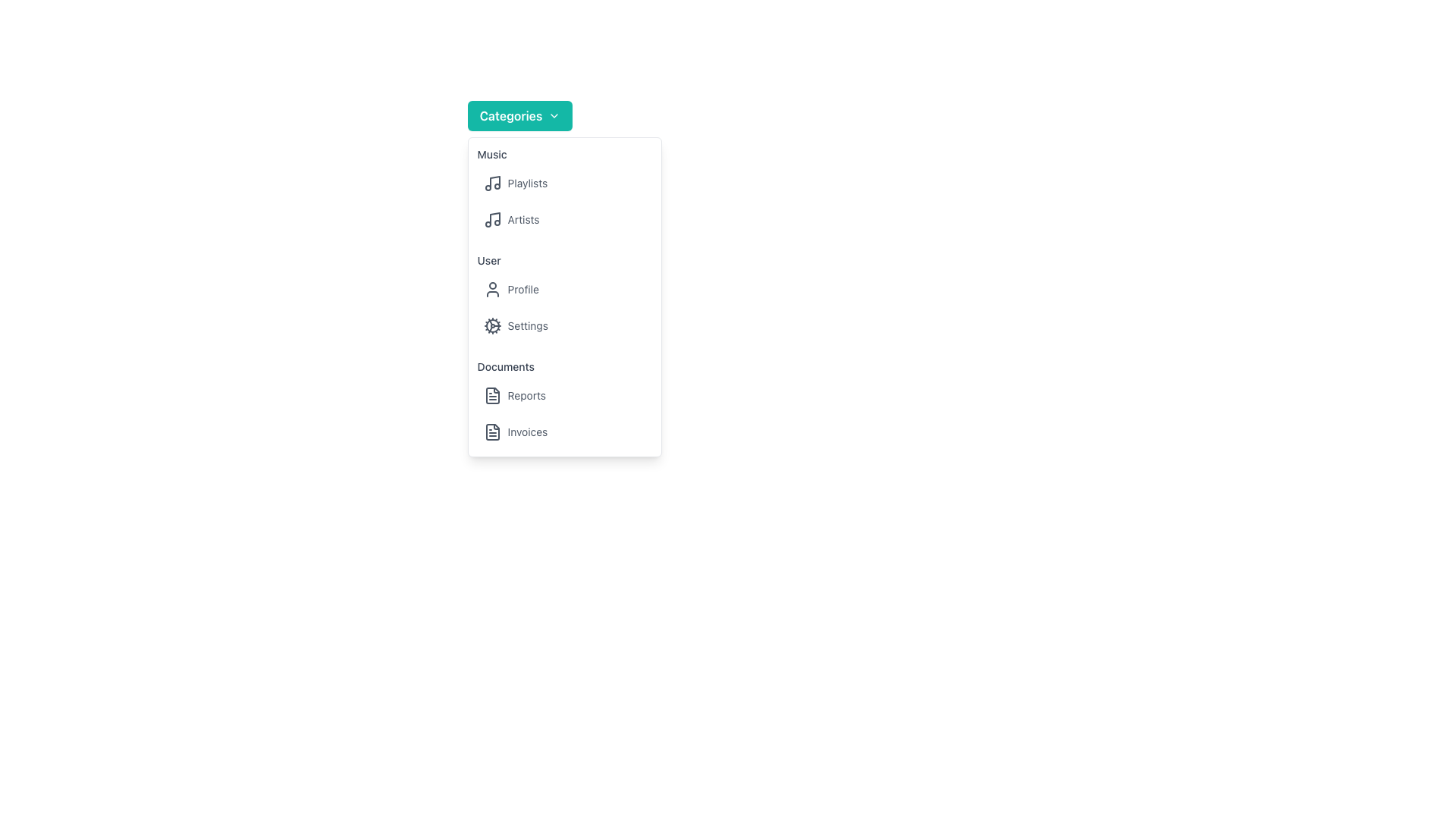 This screenshot has height=819, width=1456. What do you see at coordinates (492, 432) in the screenshot?
I see `the 'Invoices' icon in the sidebar menu, located within the 'Documents' group at the bottom of the menu panel` at bounding box center [492, 432].